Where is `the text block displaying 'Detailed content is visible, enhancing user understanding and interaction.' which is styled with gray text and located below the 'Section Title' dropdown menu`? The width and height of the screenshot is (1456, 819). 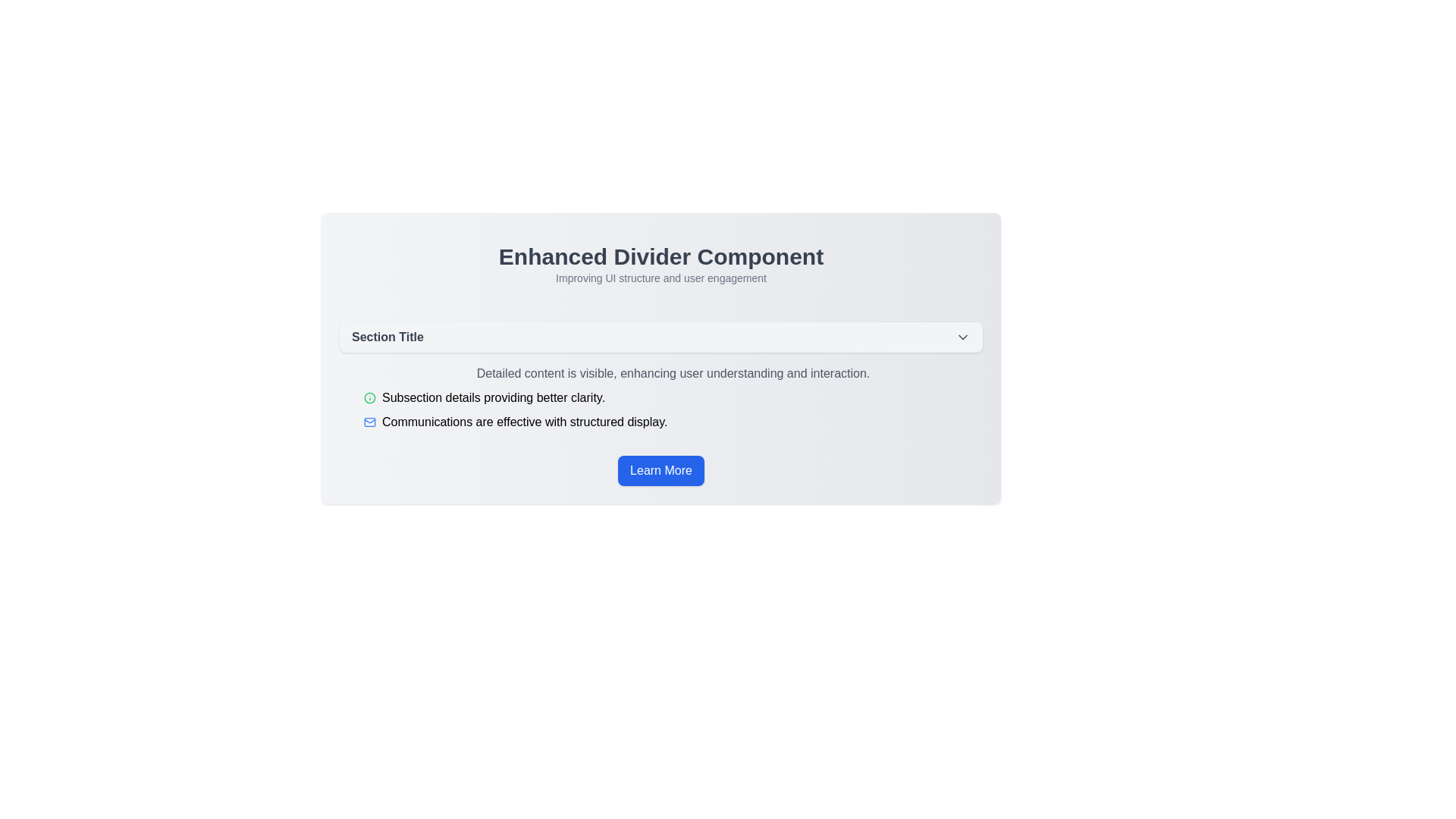
the text block displaying 'Detailed content is visible, enhancing user understanding and interaction.' which is styled with gray text and located below the 'Section Title' dropdown menu is located at coordinates (673, 374).